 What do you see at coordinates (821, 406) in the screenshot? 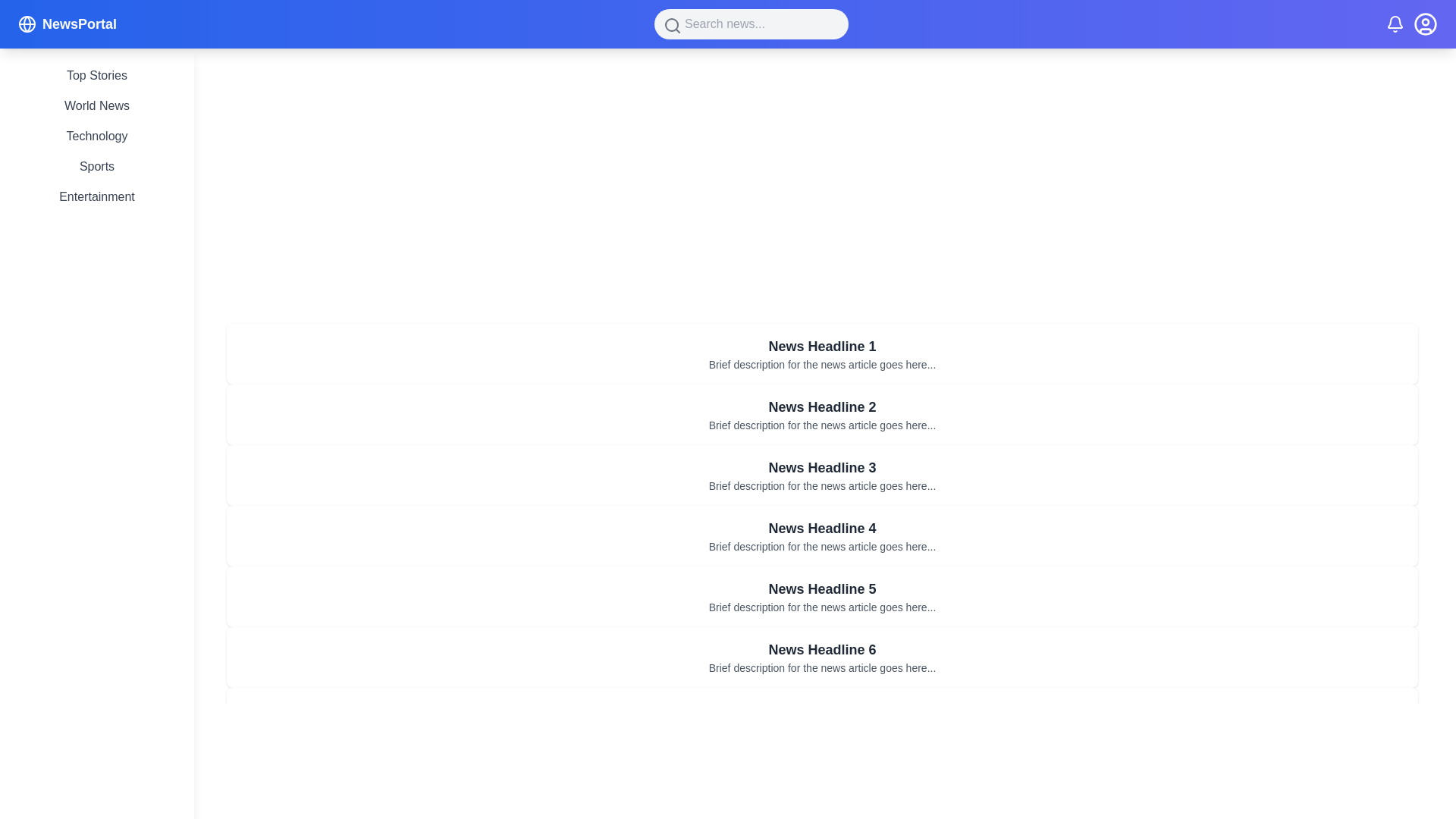
I see `the text label displaying 'News Headline 2', which is styled in bold dark gray font and is located within a white card UI component` at bounding box center [821, 406].